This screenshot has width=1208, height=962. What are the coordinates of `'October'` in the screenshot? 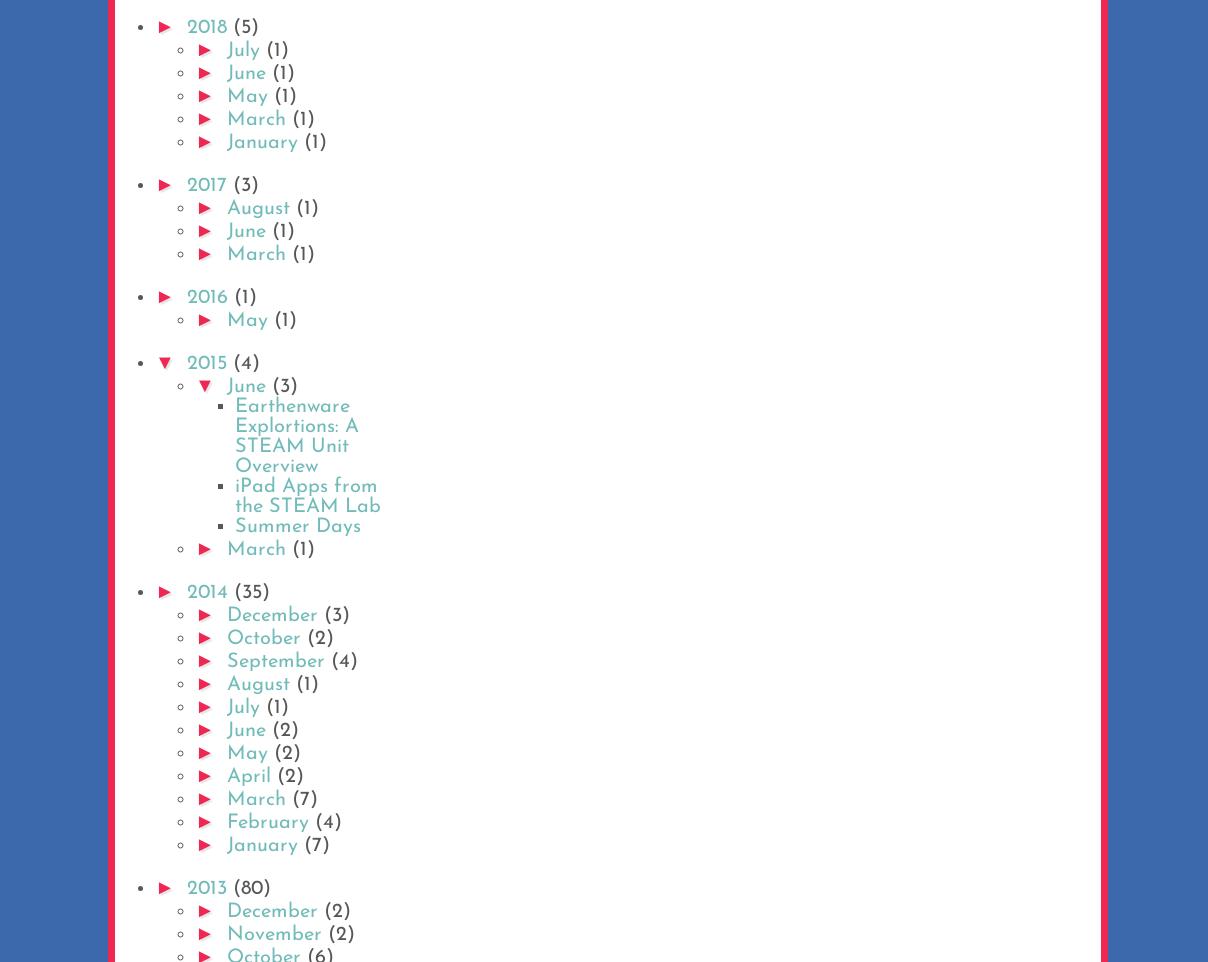 It's located at (266, 638).